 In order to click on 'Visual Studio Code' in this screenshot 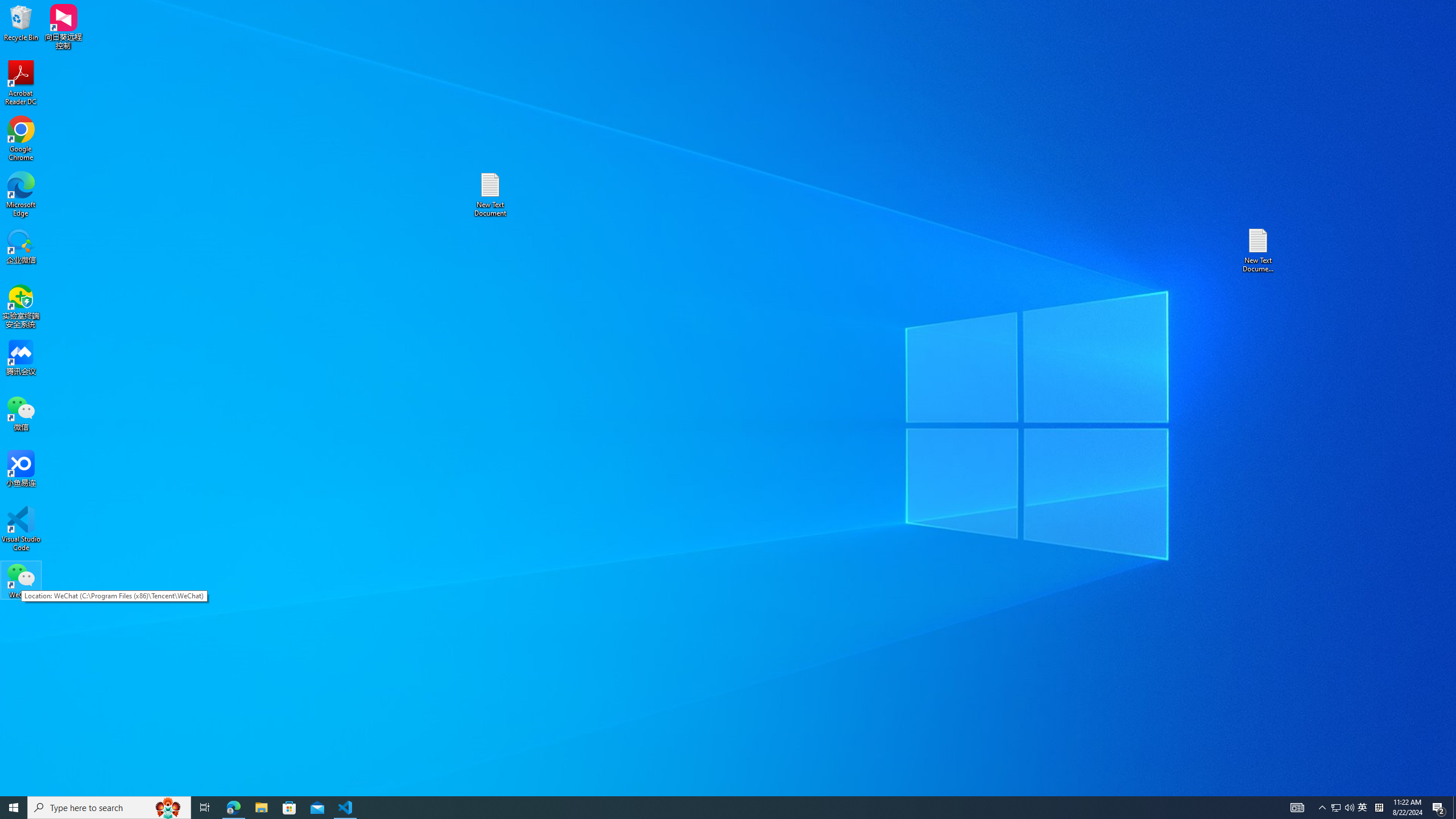, I will do `click(20, 528)`.